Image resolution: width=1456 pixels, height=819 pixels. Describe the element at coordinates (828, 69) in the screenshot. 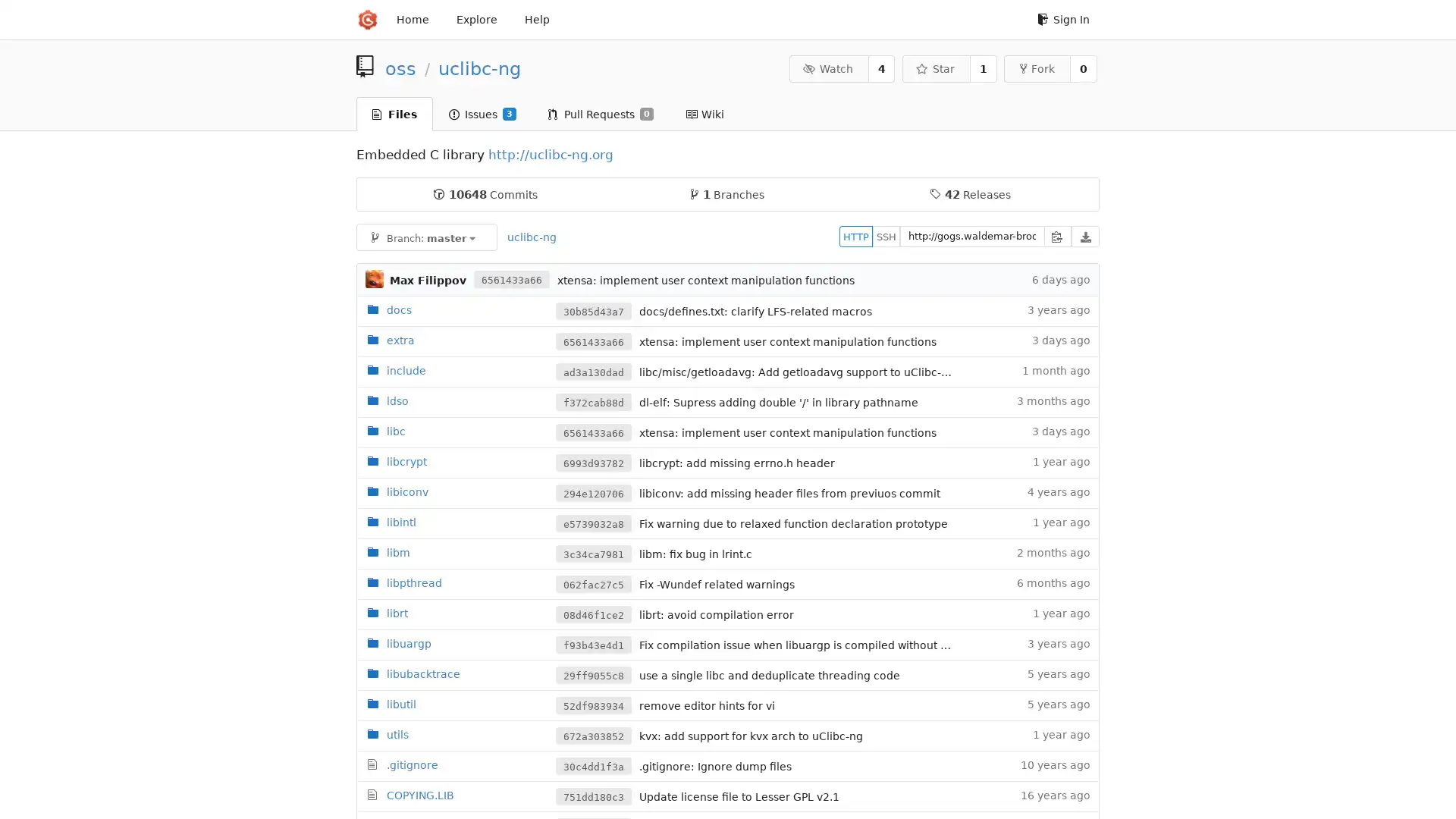

I see `Watch` at that location.